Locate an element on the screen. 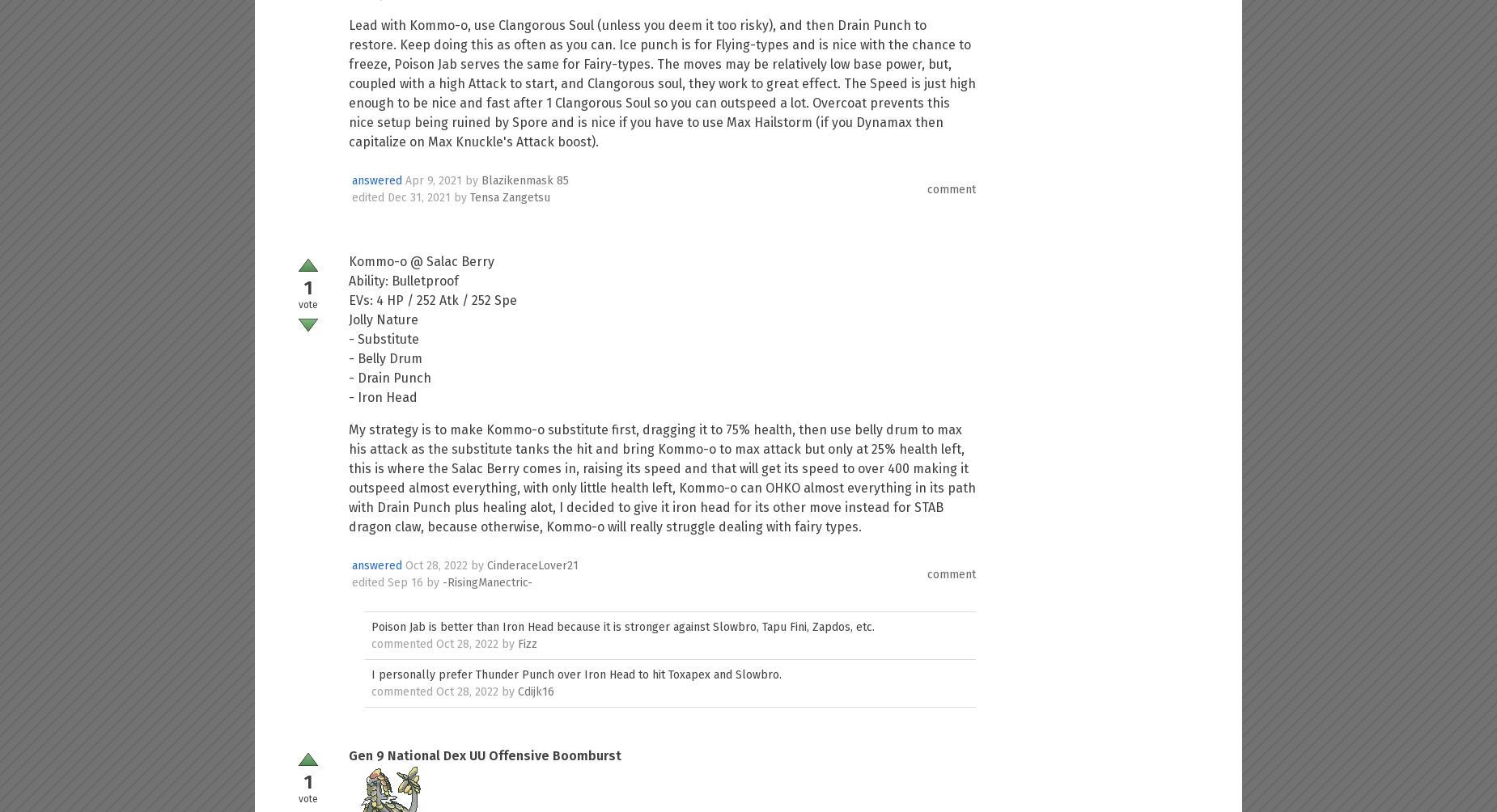 This screenshot has height=812, width=1497. '- Iron Head' is located at coordinates (383, 396).